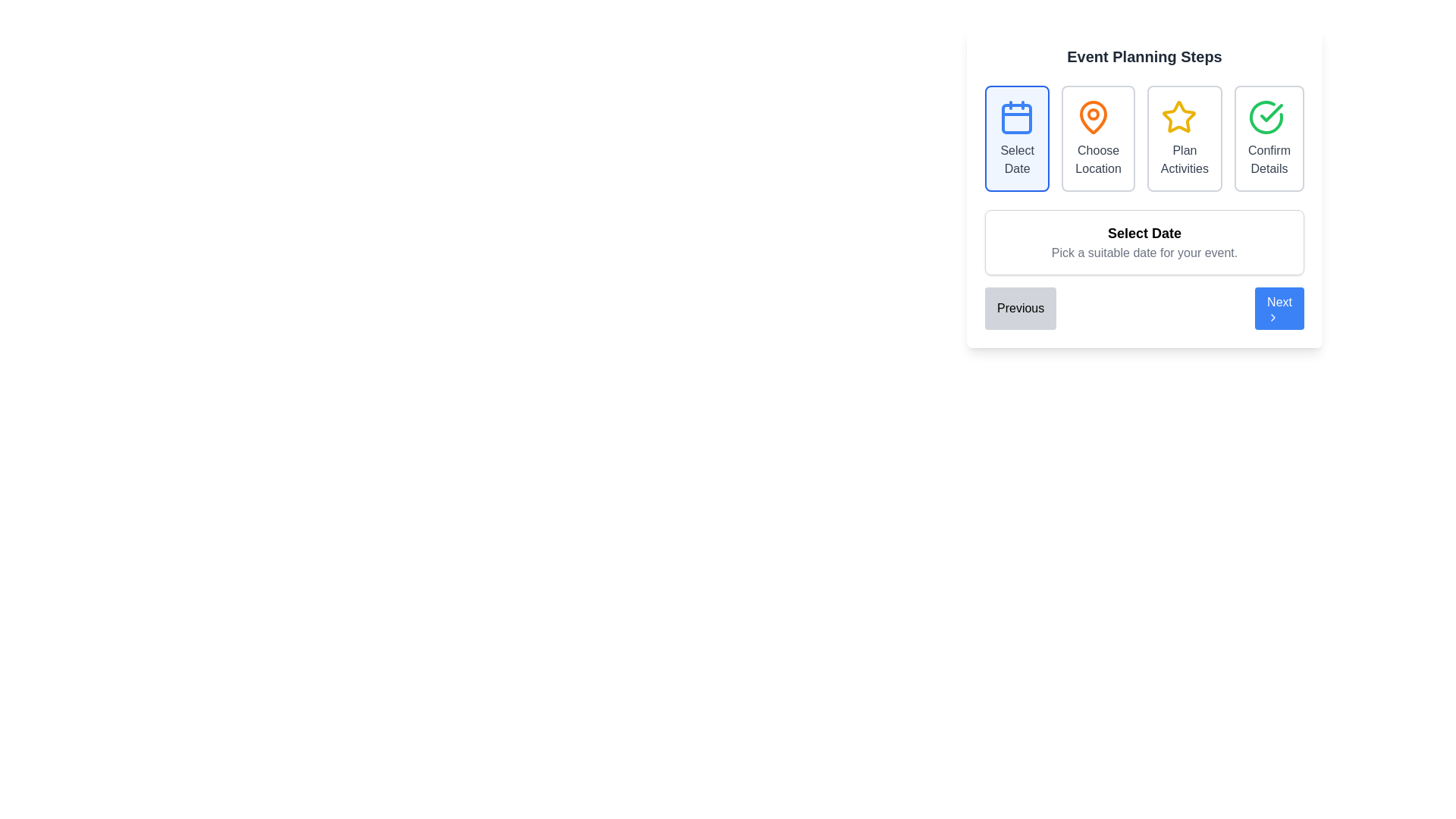 The width and height of the screenshot is (1456, 819). Describe the element at coordinates (1098, 138) in the screenshot. I see `the interactive button located in the second position from the left in a row of four buttons, which is to the right of the 'Select Date' box and to the left of the 'Plan Activities' box` at that location.